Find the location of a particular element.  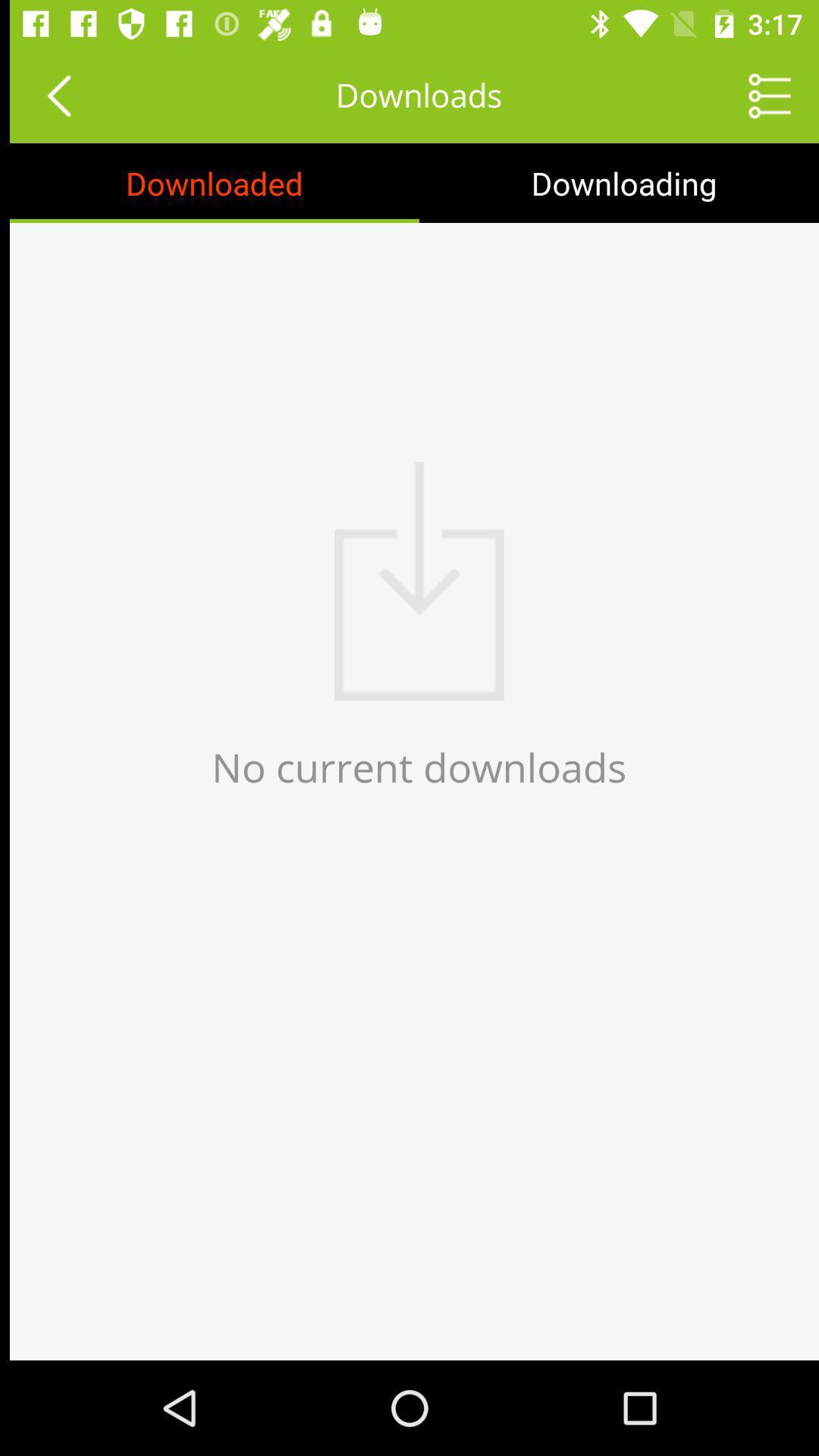

app settings is located at coordinates (760, 94).